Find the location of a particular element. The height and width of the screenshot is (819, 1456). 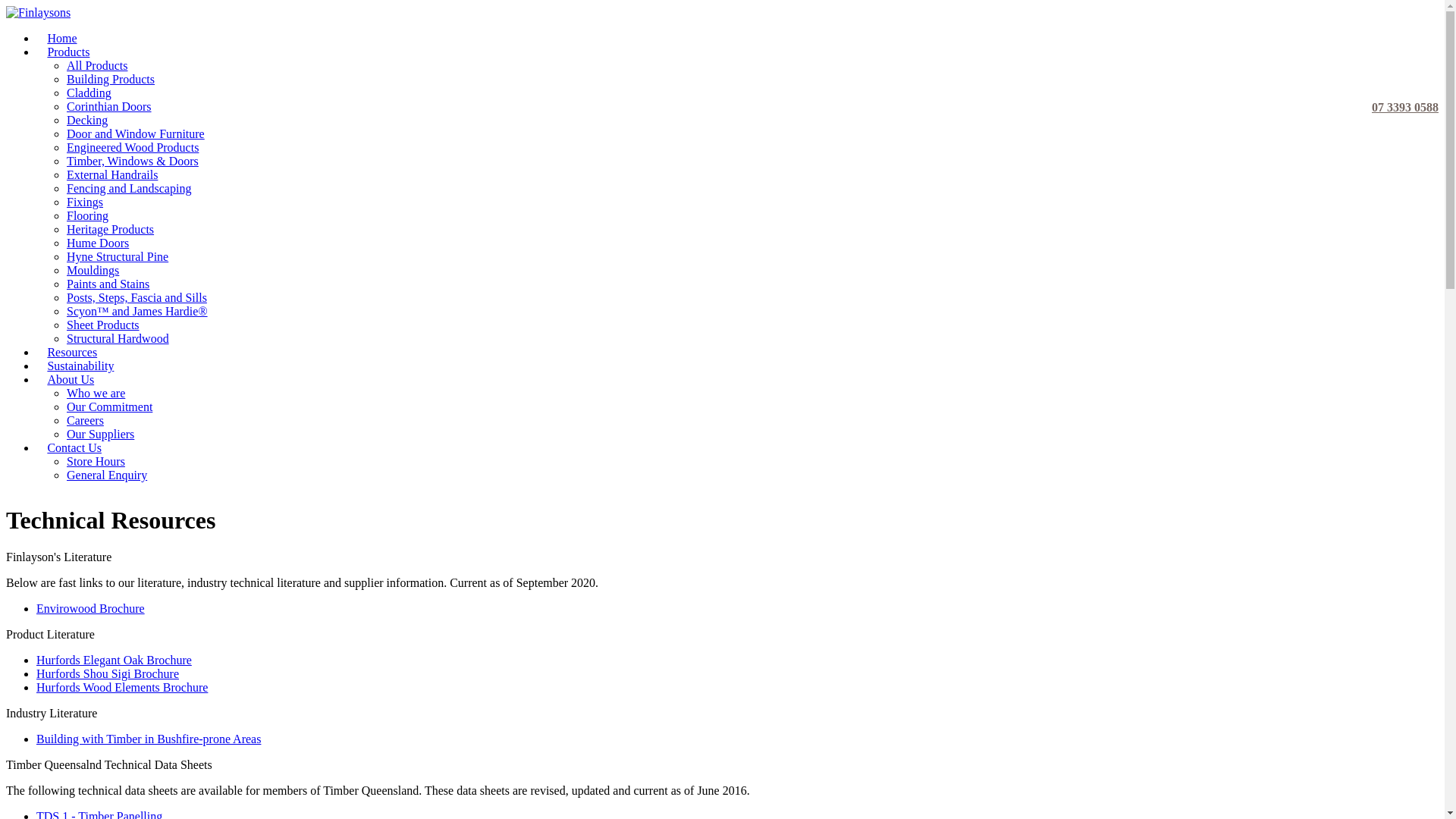

'Envirowood Brochure' is located at coordinates (36, 607).